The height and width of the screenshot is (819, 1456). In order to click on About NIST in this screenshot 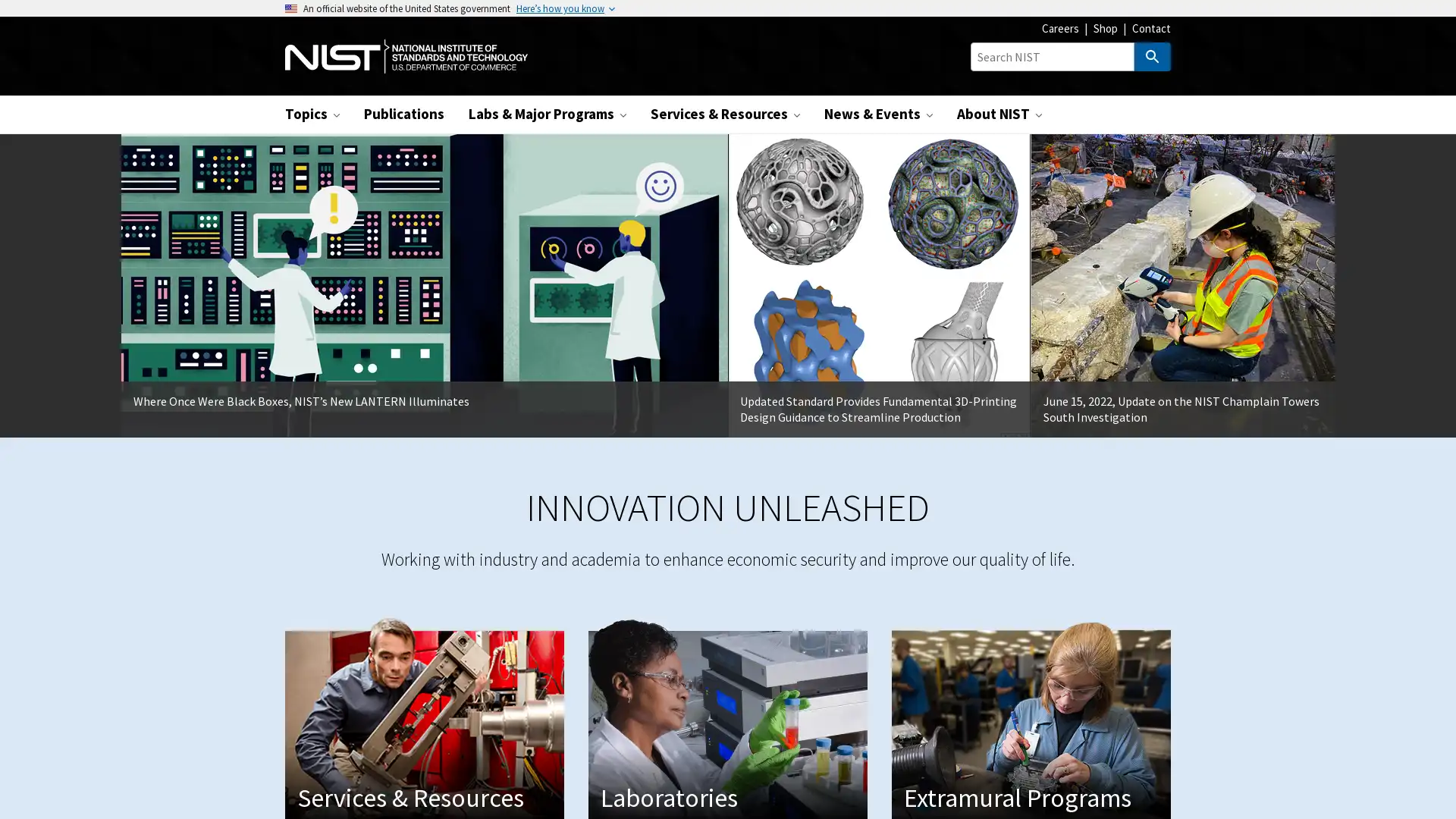, I will do `click(999, 113)`.